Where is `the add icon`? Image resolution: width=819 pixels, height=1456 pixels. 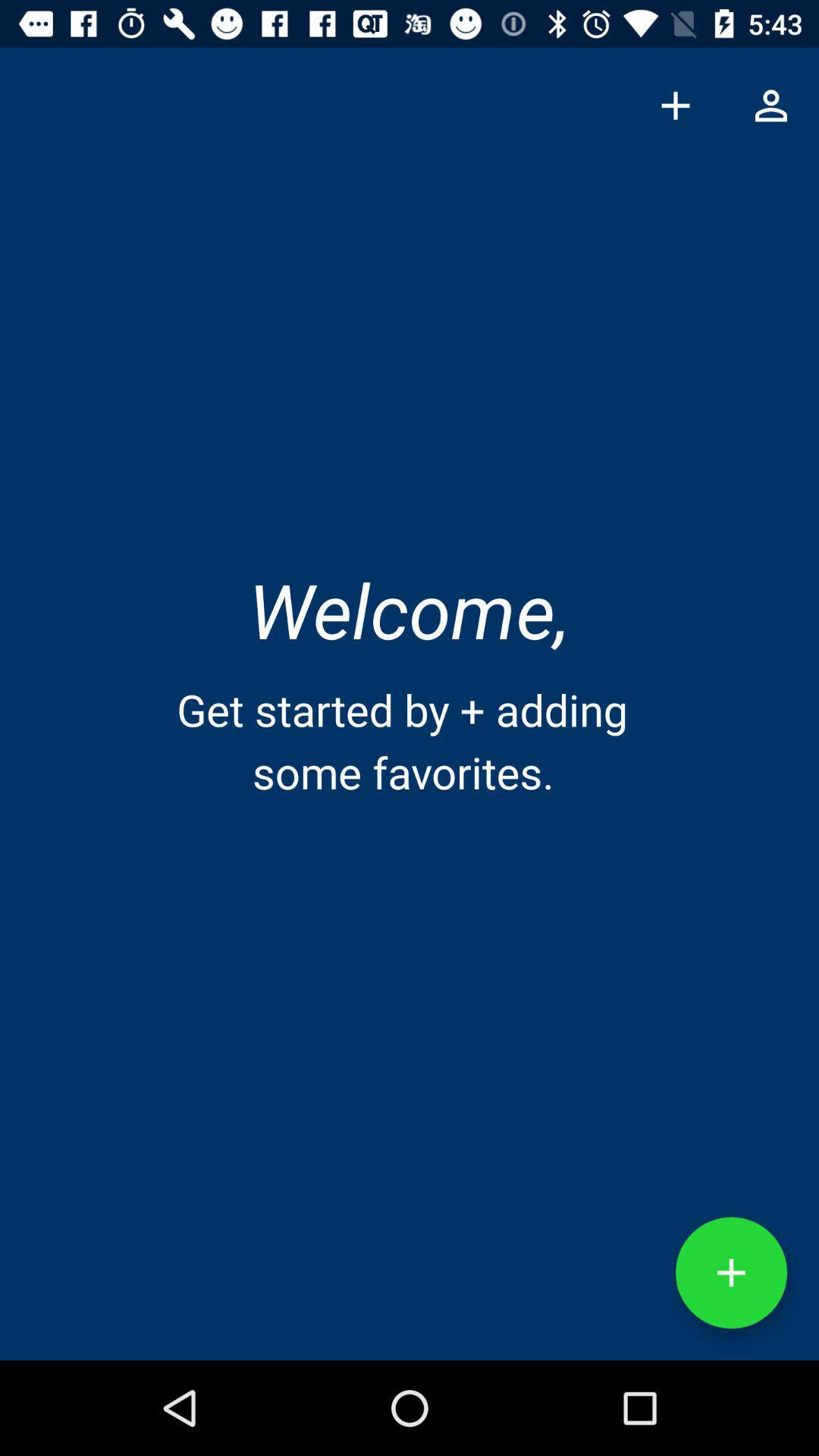
the add icon is located at coordinates (730, 1272).